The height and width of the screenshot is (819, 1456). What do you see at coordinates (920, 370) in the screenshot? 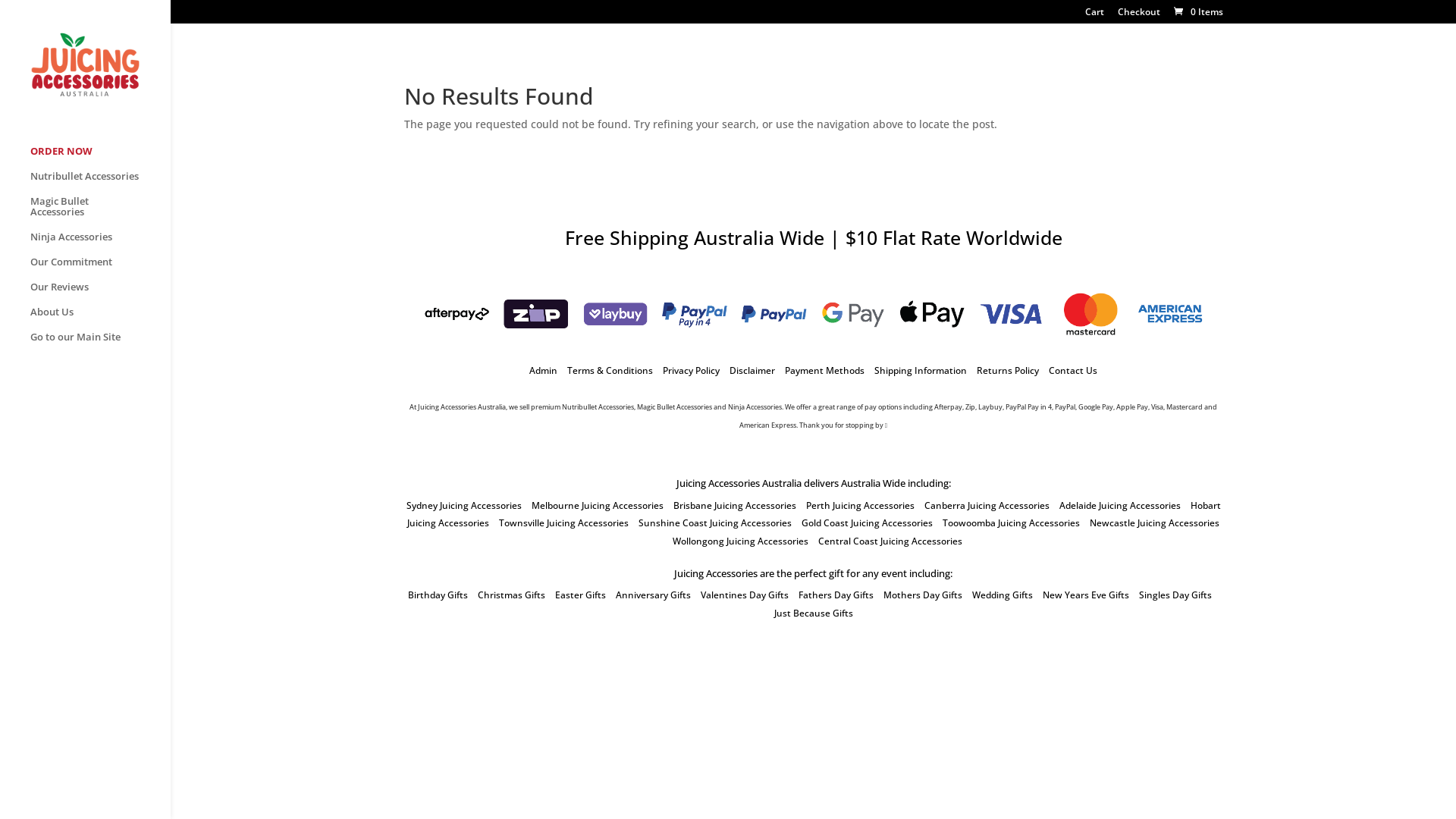
I see `'Shipping Information'` at bounding box center [920, 370].